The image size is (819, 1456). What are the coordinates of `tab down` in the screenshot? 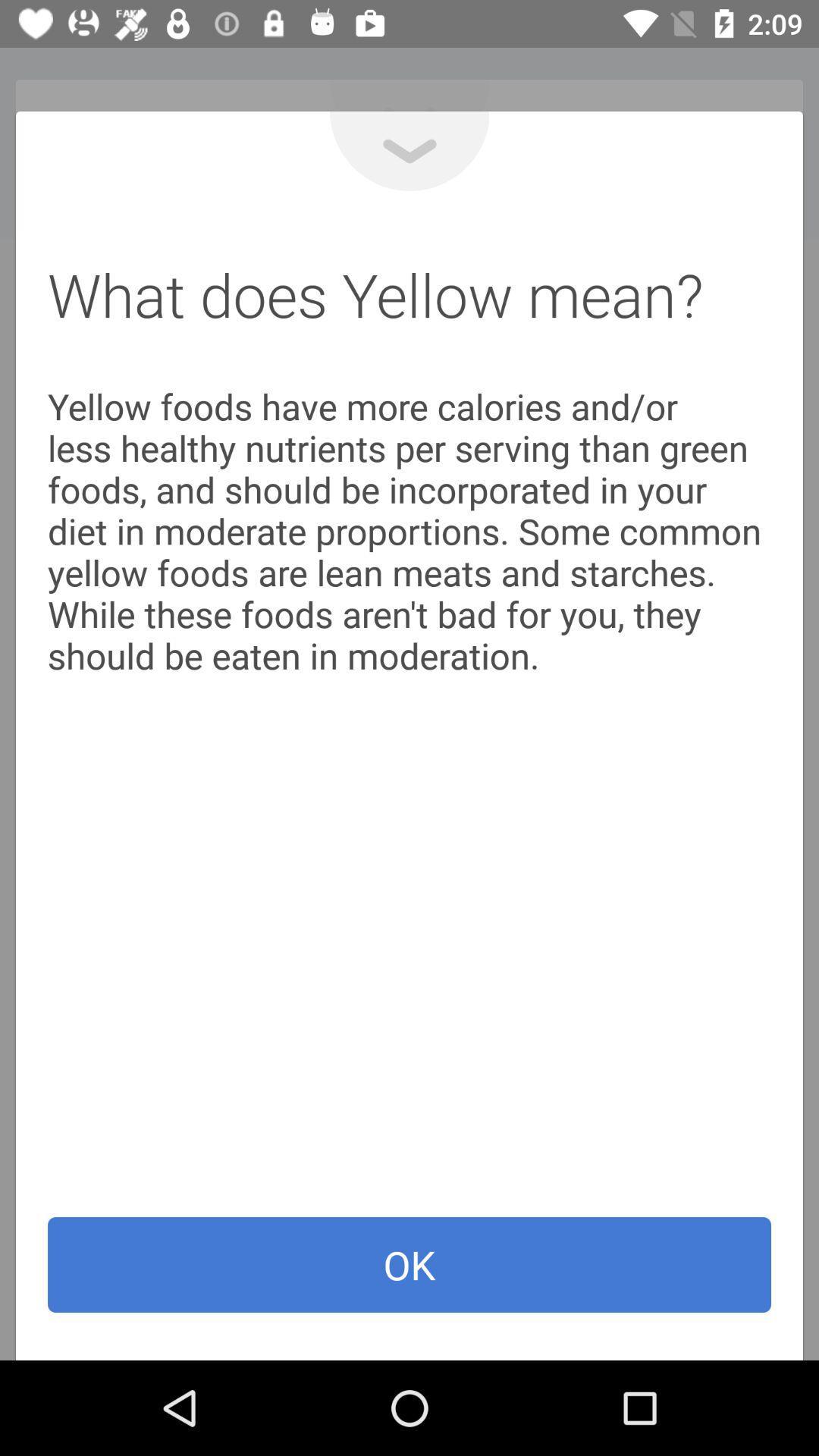 It's located at (409, 151).